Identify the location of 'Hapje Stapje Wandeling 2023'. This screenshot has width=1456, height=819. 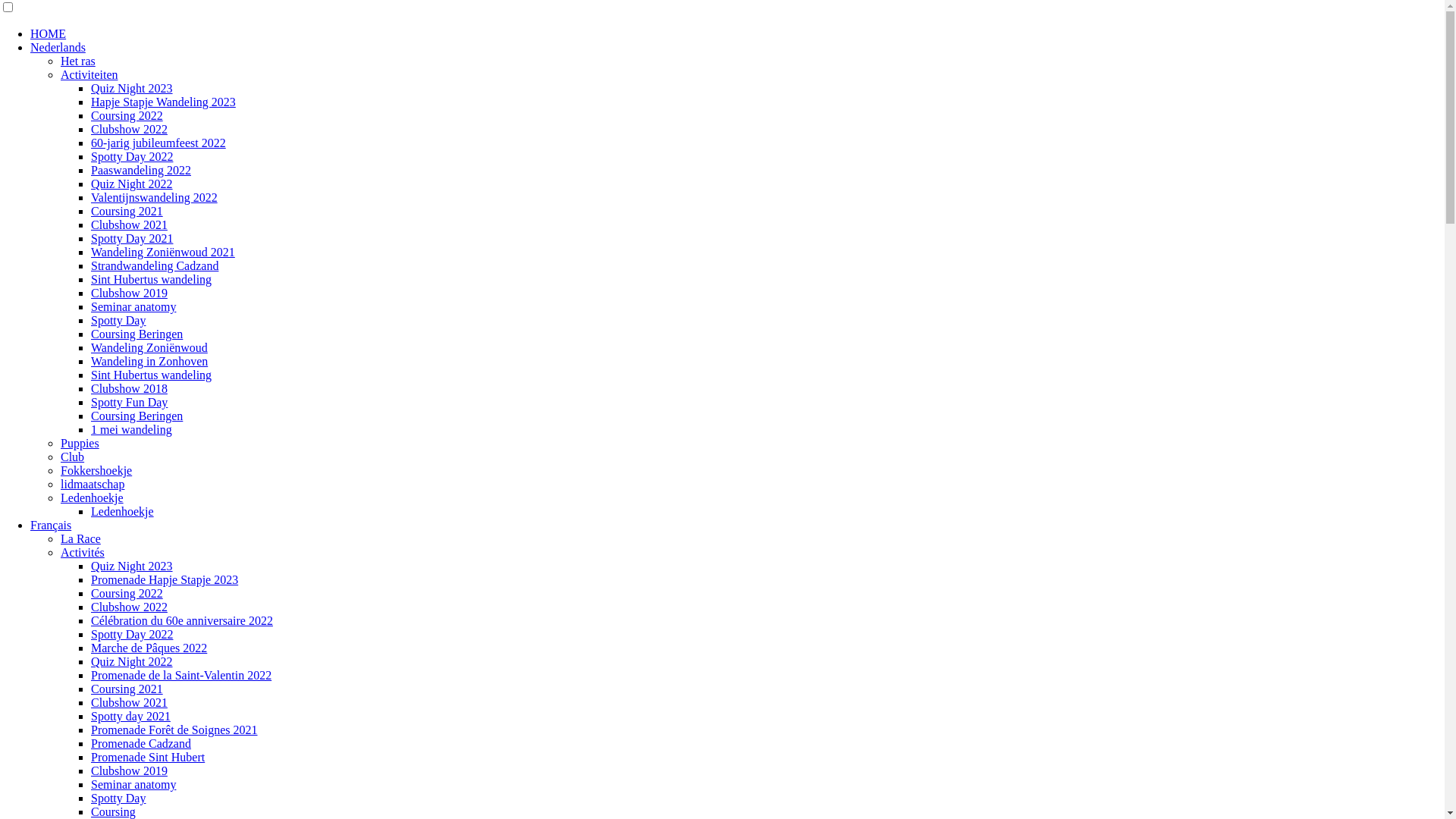
(163, 102).